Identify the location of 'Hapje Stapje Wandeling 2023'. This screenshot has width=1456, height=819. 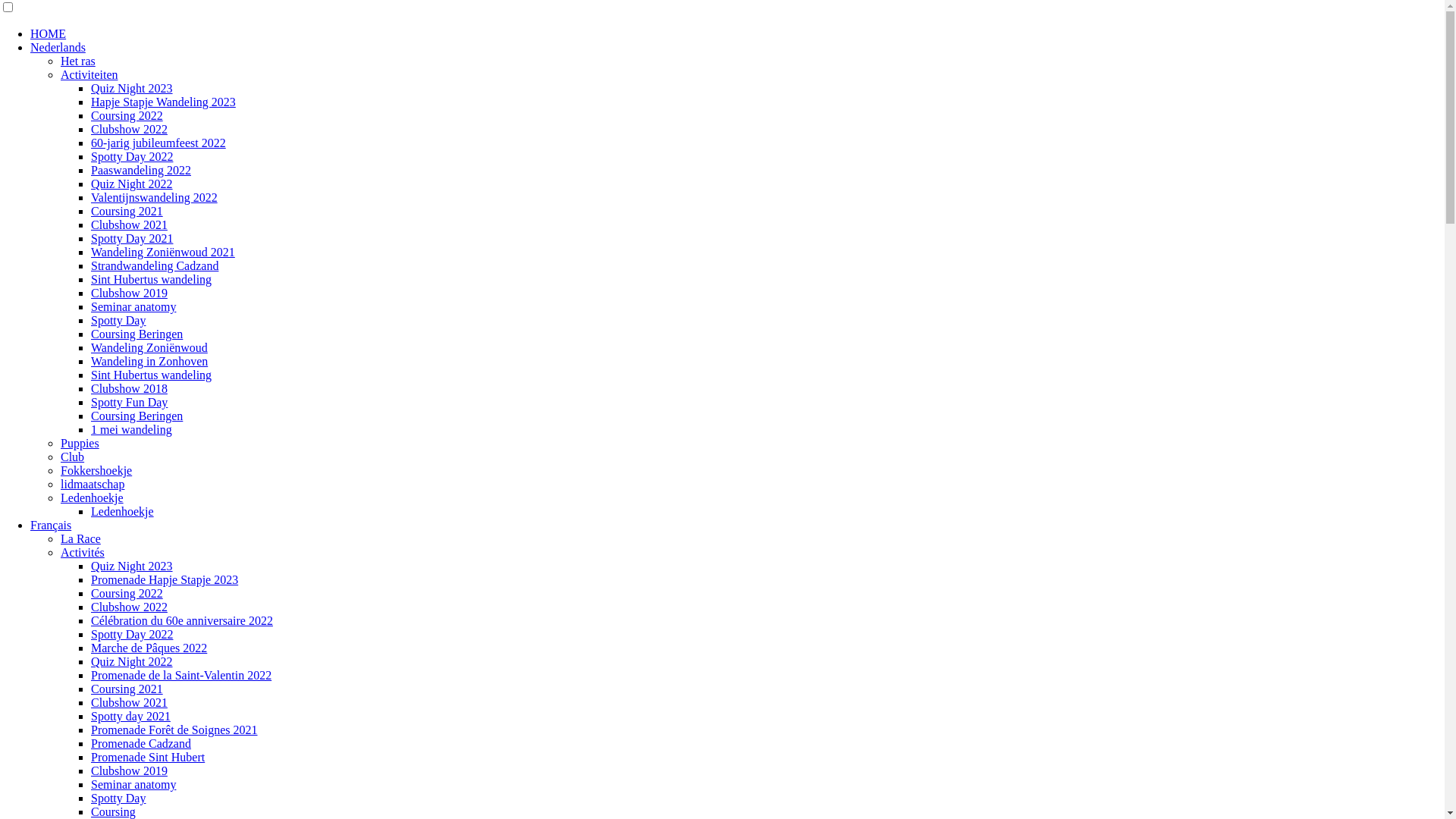
(163, 102).